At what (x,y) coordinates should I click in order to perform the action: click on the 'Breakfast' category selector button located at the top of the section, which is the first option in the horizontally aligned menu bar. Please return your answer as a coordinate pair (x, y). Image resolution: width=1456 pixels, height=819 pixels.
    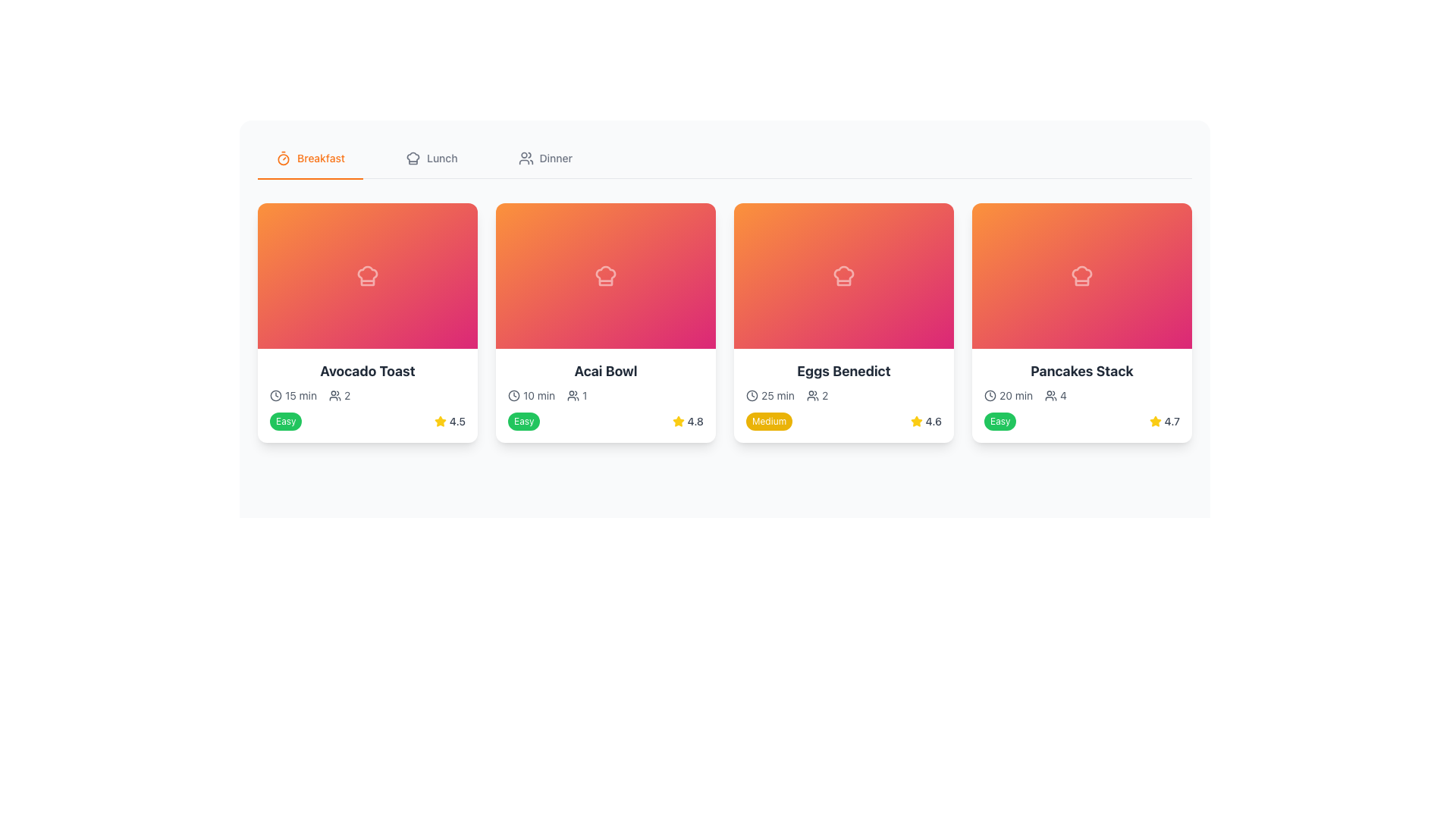
    Looking at the image, I should click on (309, 158).